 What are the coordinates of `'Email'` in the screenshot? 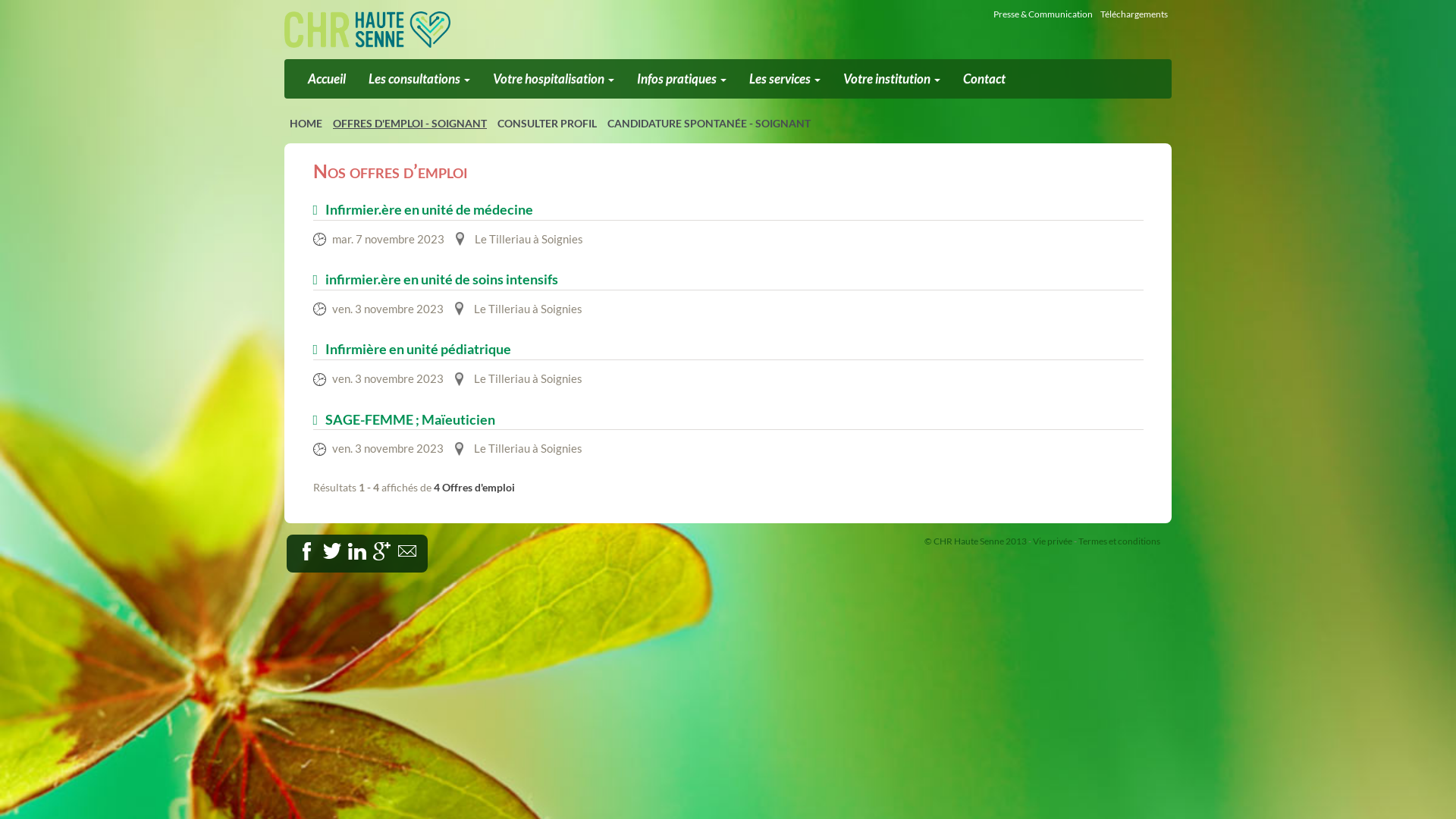 It's located at (416, 548).